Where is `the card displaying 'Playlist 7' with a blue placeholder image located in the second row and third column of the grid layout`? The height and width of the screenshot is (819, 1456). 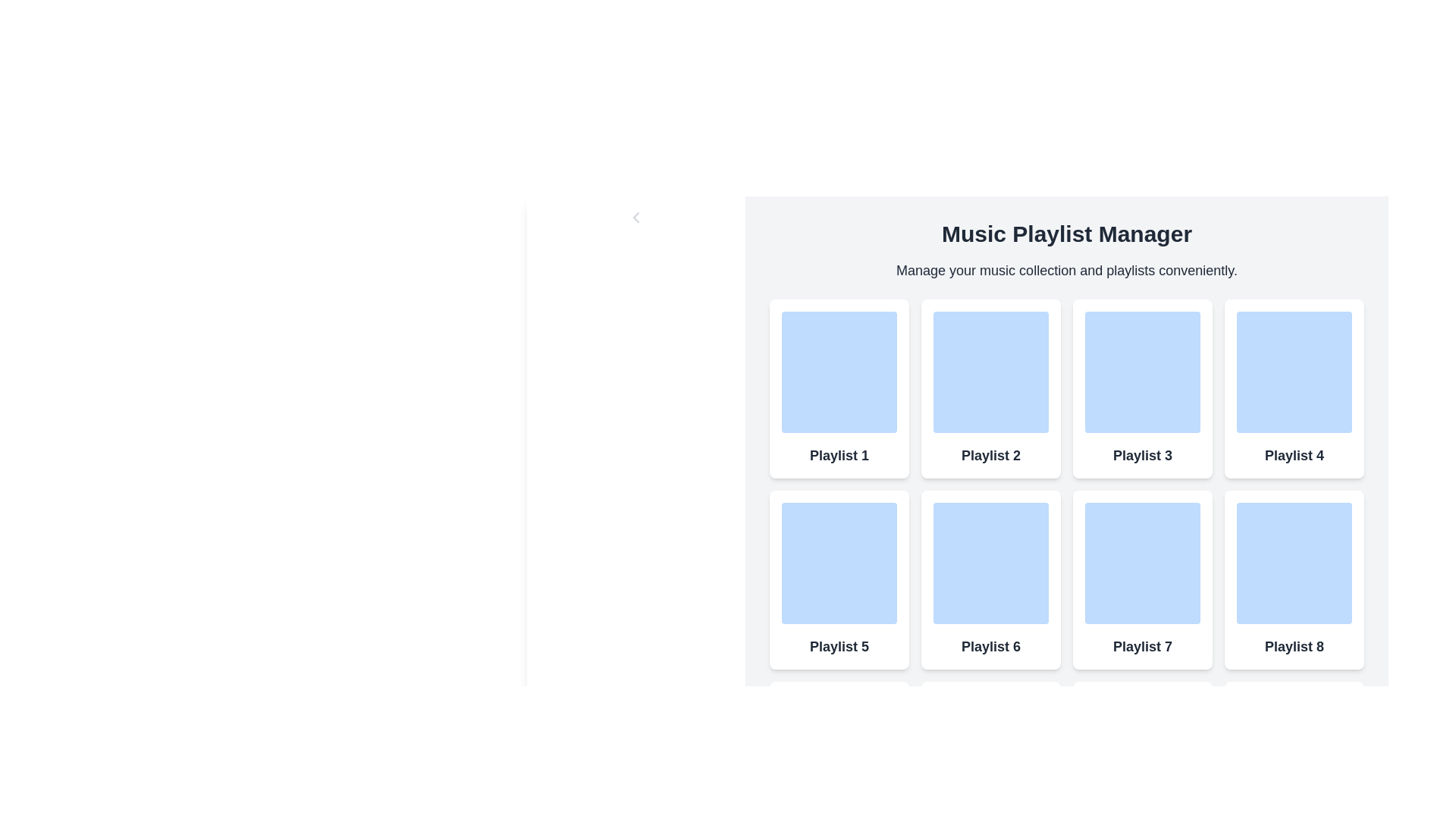
the card displaying 'Playlist 7' with a blue placeholder image located in the second row and third column of the grid layout is located at coordinates (1143, 579).